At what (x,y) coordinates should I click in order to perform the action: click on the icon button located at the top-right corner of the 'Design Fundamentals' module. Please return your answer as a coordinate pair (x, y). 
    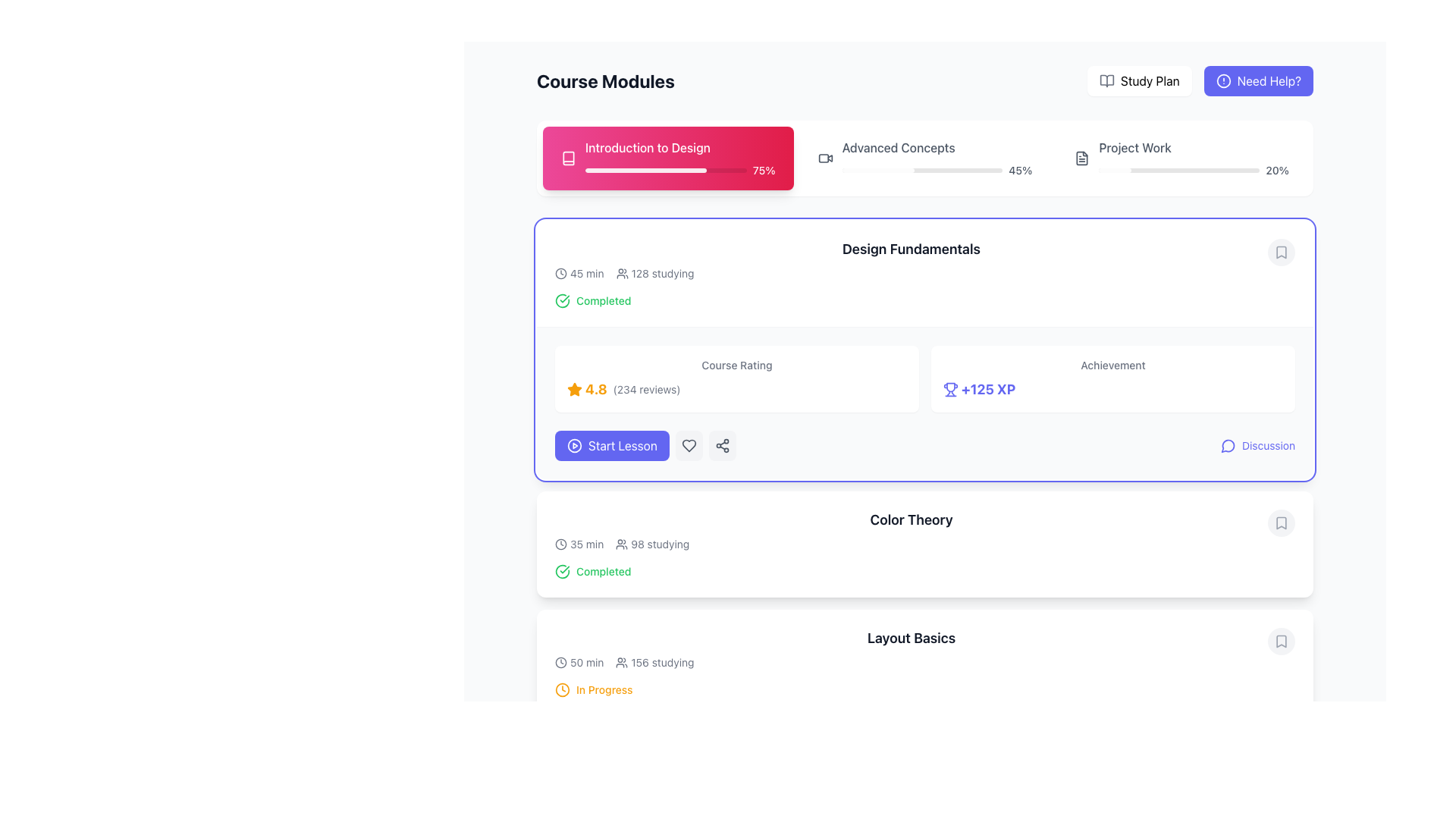
    Looking at the image, I should click on (1280, 251).